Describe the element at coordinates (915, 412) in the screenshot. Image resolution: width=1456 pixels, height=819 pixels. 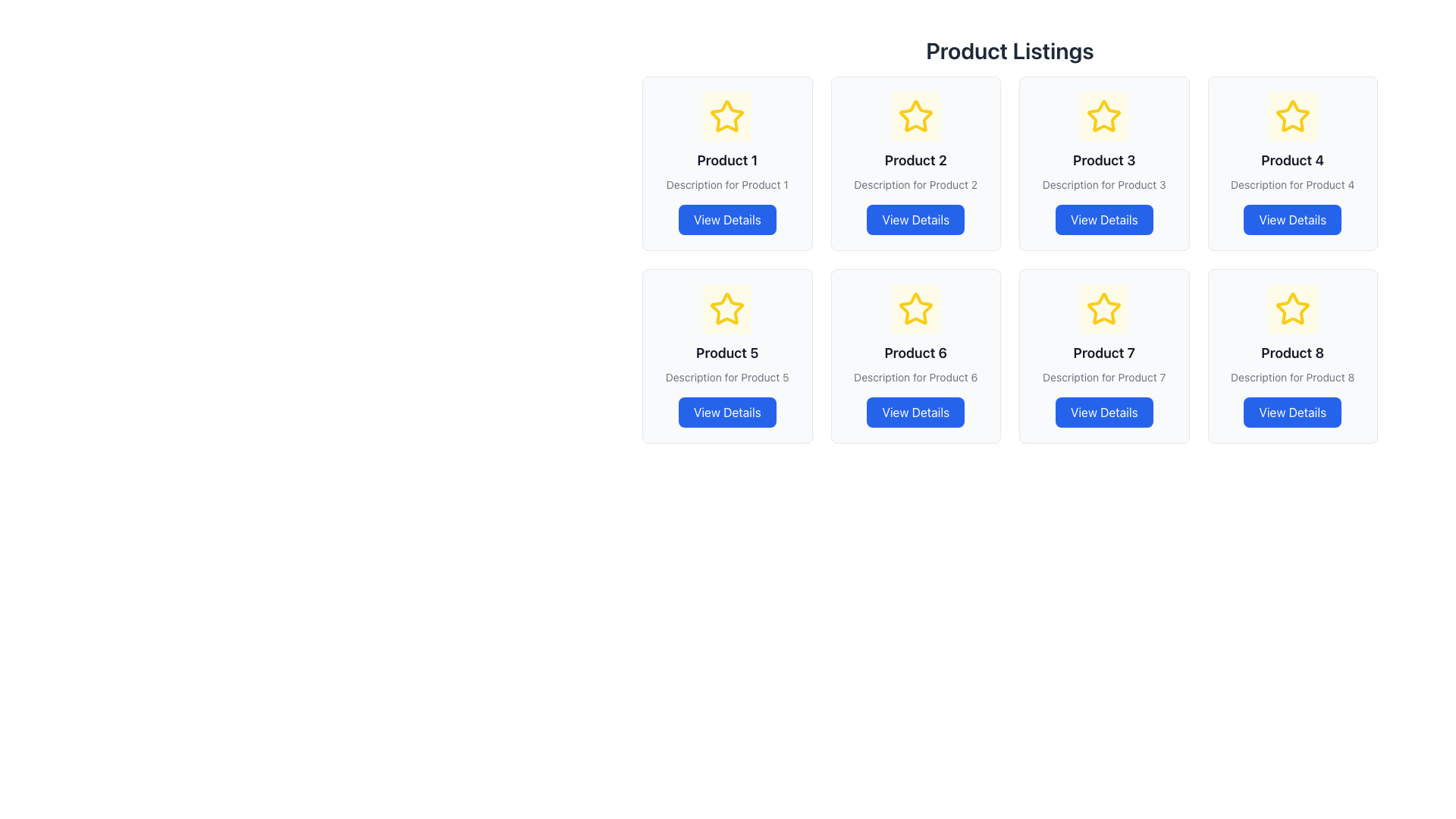
I see `the rectangular blue button labeled 'View Details' located at the bottom of the card for 'Product 6'` at that location.